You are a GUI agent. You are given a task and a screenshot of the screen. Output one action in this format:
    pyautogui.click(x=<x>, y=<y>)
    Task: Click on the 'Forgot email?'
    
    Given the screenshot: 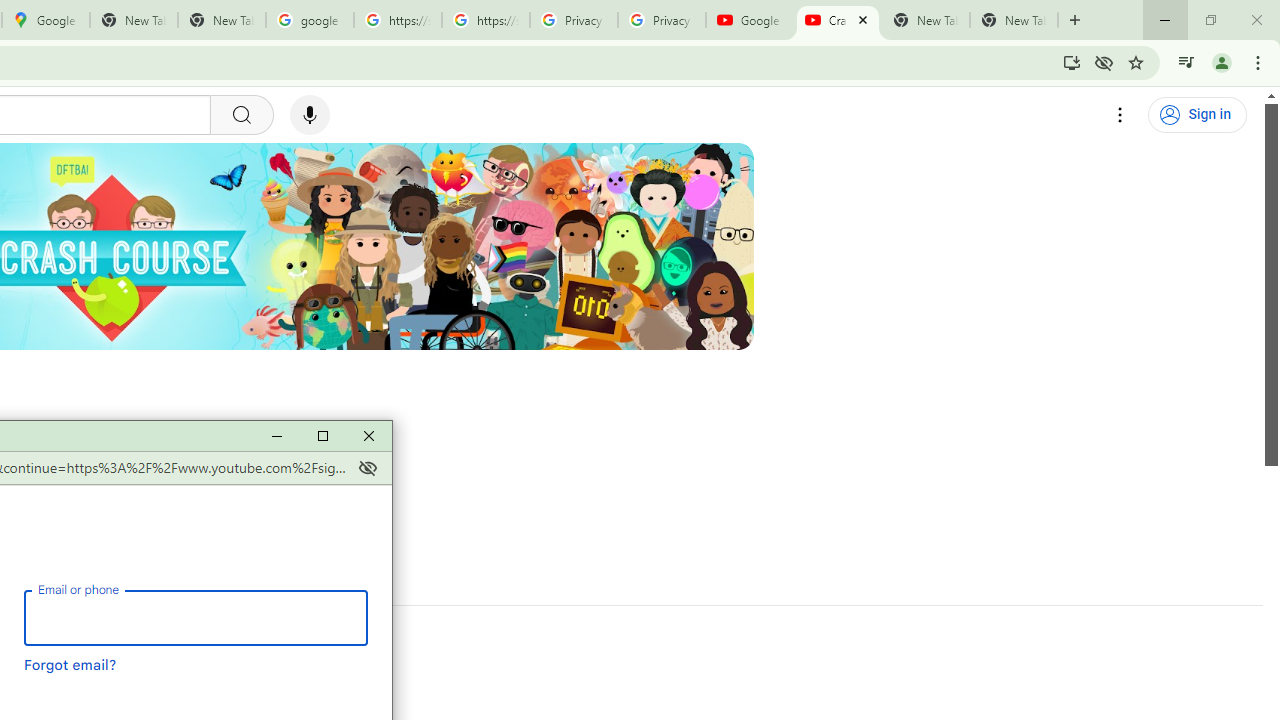 What is the action you would take?
    pyautogui.click(x=70, y=664)
    